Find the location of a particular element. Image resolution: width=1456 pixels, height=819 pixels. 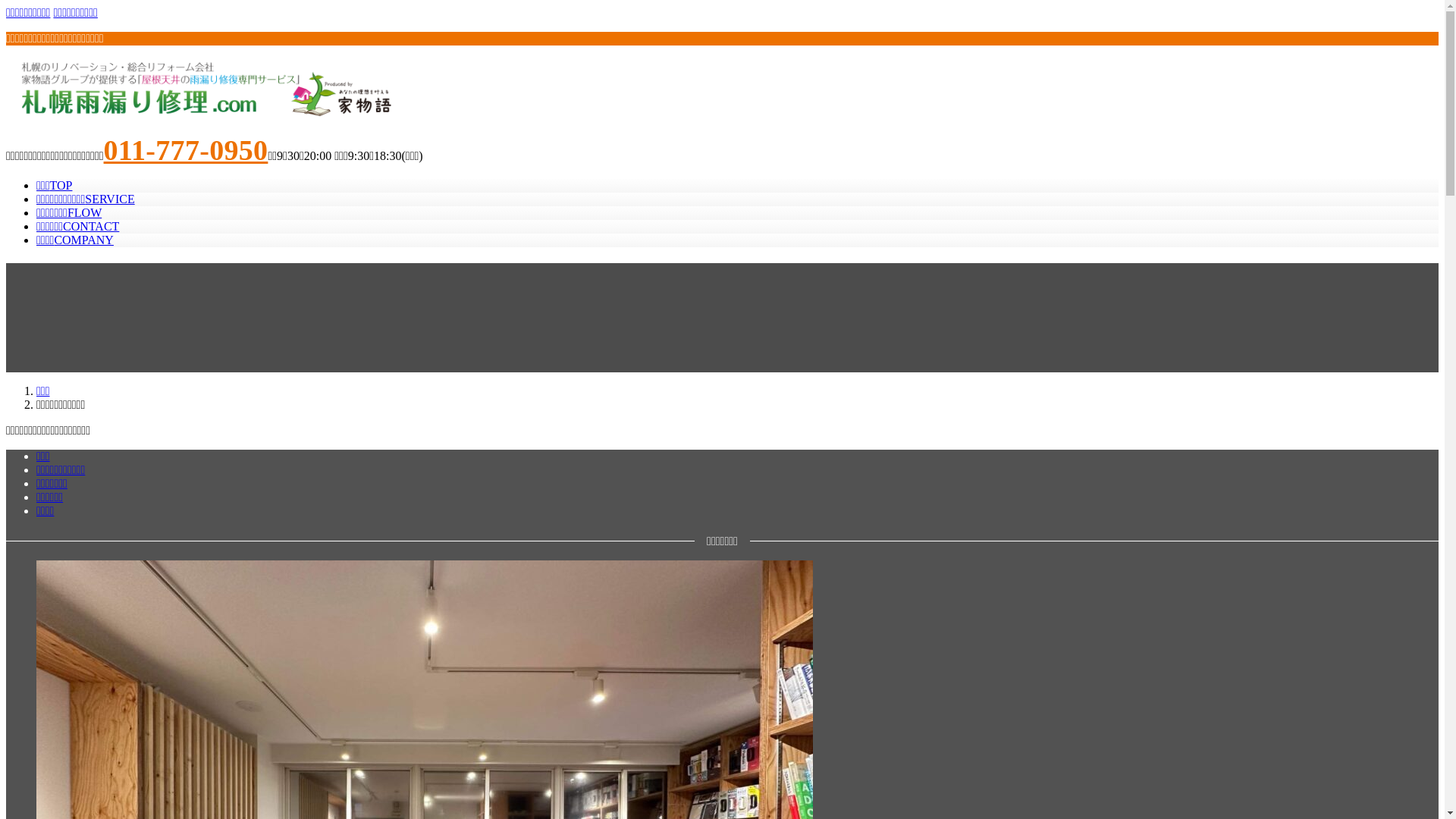

'011-777-0950' is located at coordinates (185, 149).